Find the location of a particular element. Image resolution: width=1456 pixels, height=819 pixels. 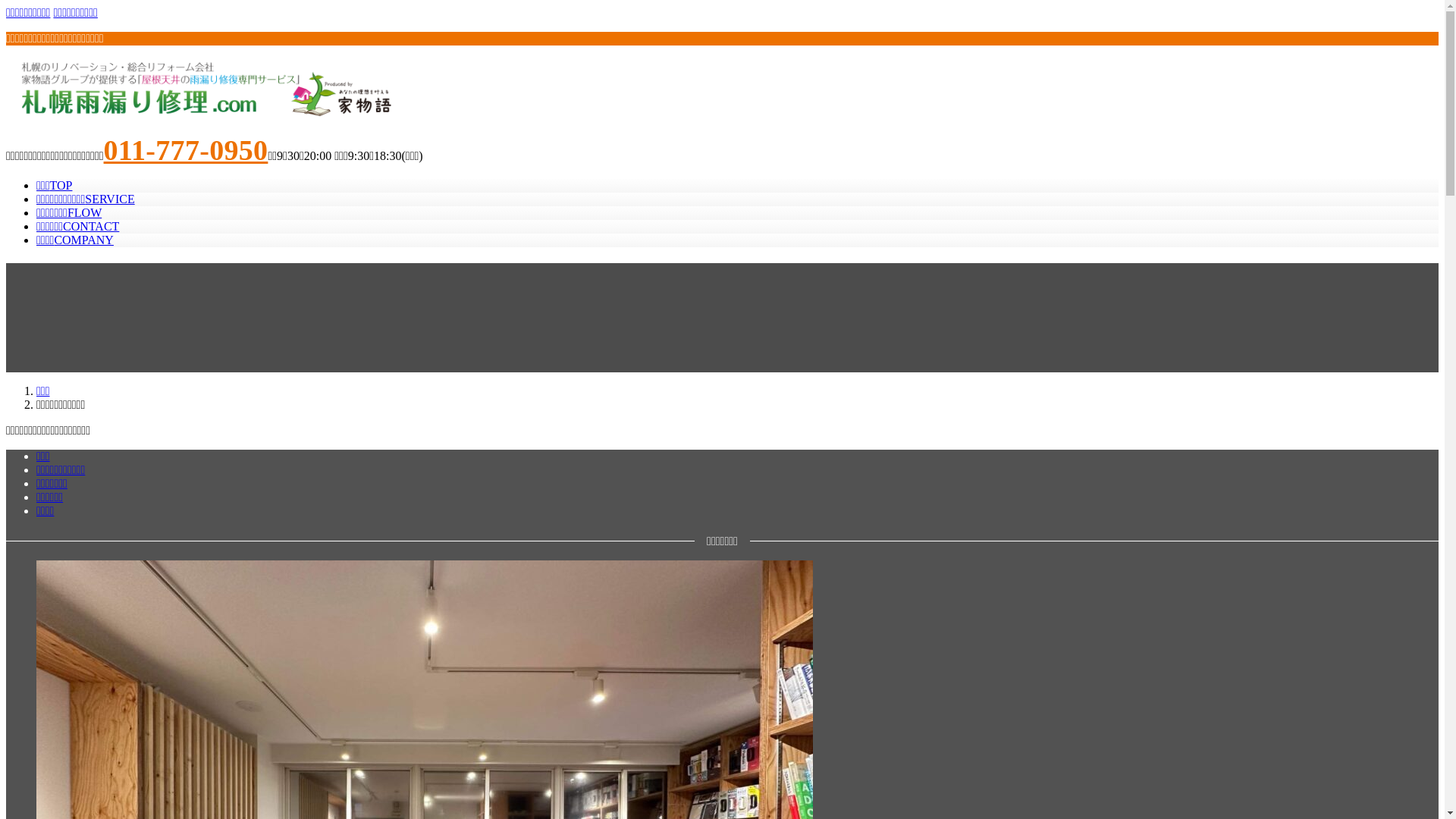

'011-777-0950' is located at coordinates (185, 149).